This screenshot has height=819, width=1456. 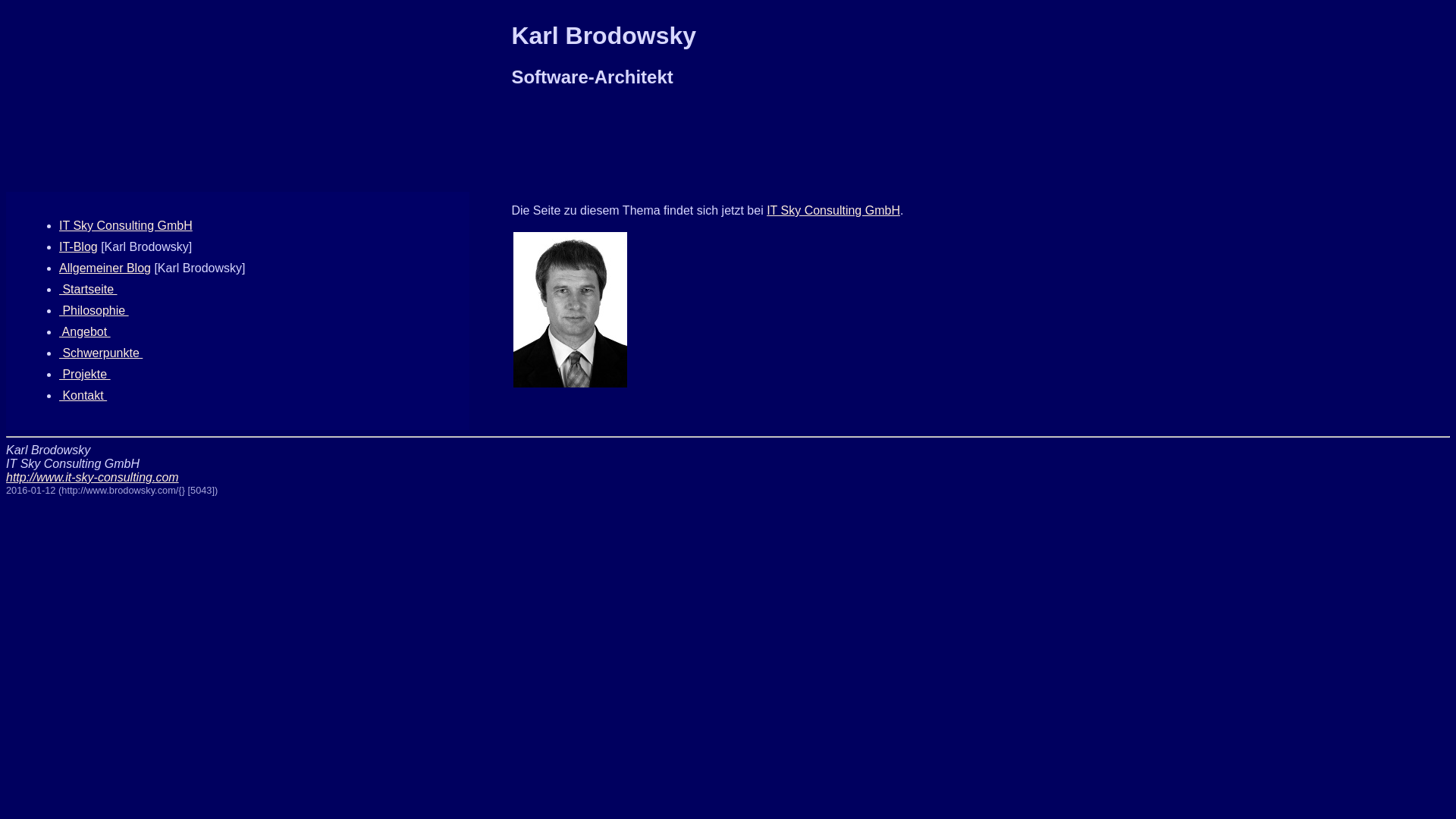 What do you see at coordinates (833, 210) in the screenshot?
I see `'IT Sky Consulting GmbH'` at bounding box center [833, 210].